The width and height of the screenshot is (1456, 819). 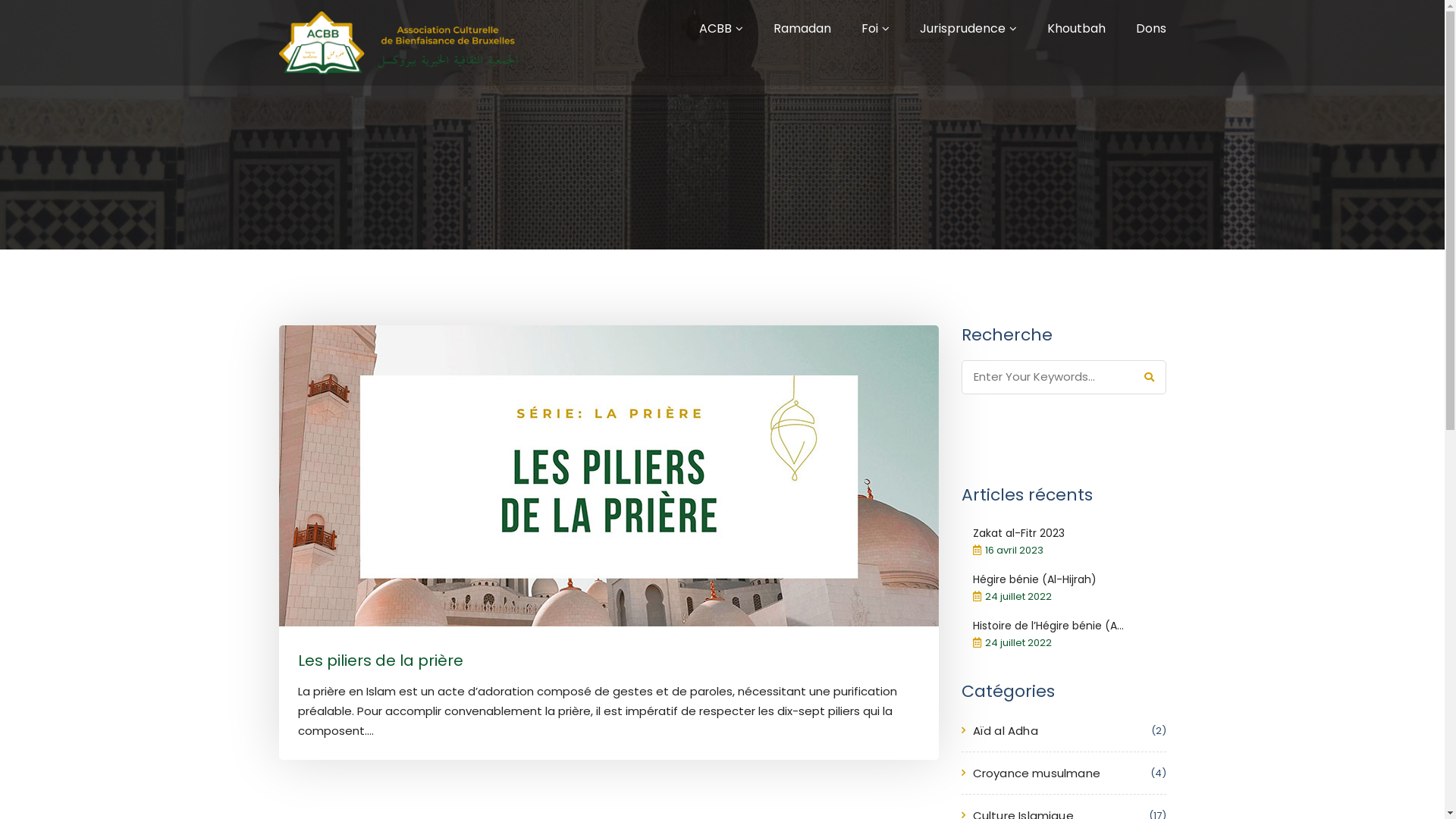 What do you see at coordinates (1018, 532) in the screenshot?
I see `'Zakat al-Fitr 2023'` at bounding box center [1018, 532].